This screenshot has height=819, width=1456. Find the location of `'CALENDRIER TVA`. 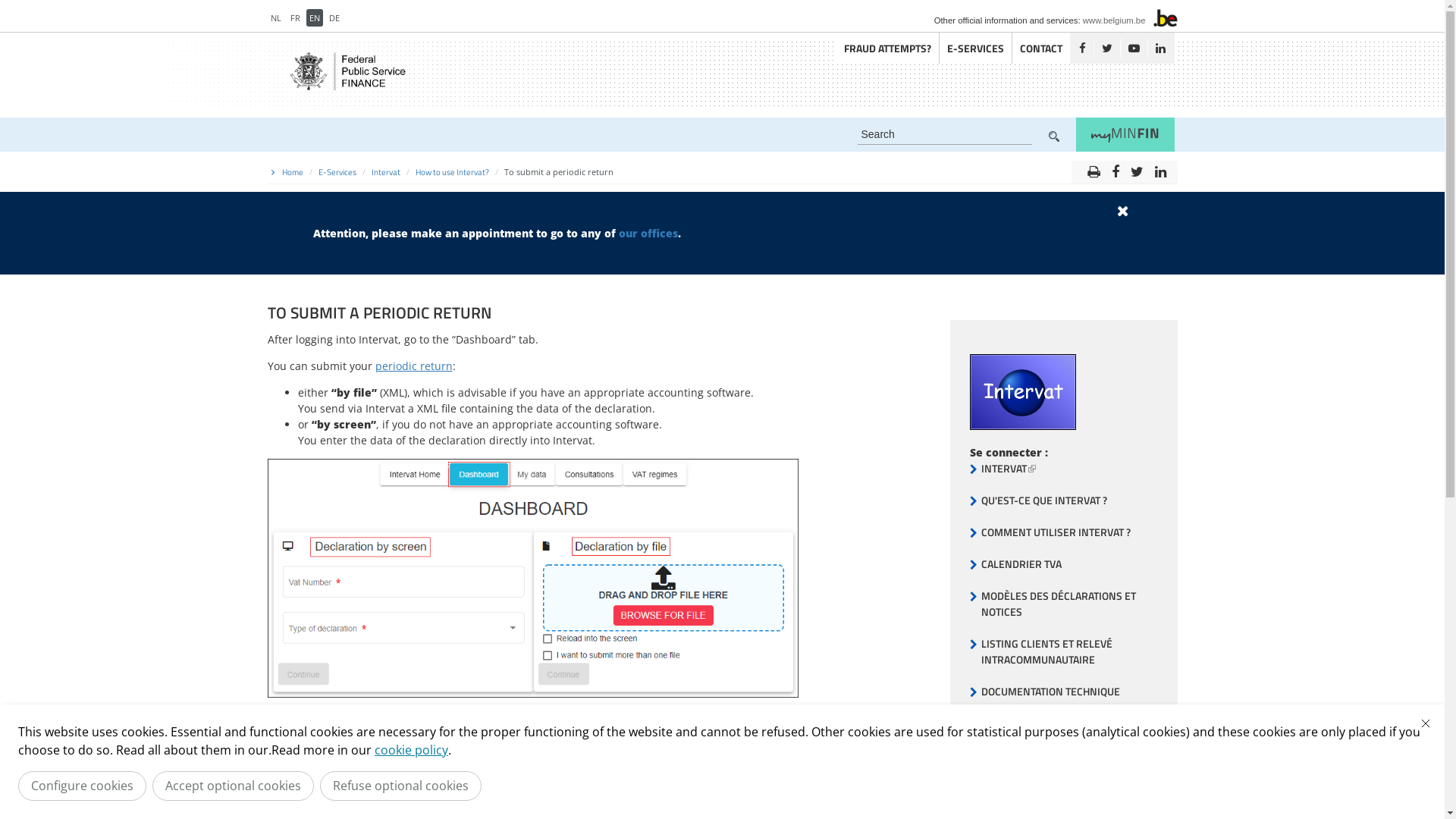

'CALENDRIER TVA is located at coordinates (1021, 563).